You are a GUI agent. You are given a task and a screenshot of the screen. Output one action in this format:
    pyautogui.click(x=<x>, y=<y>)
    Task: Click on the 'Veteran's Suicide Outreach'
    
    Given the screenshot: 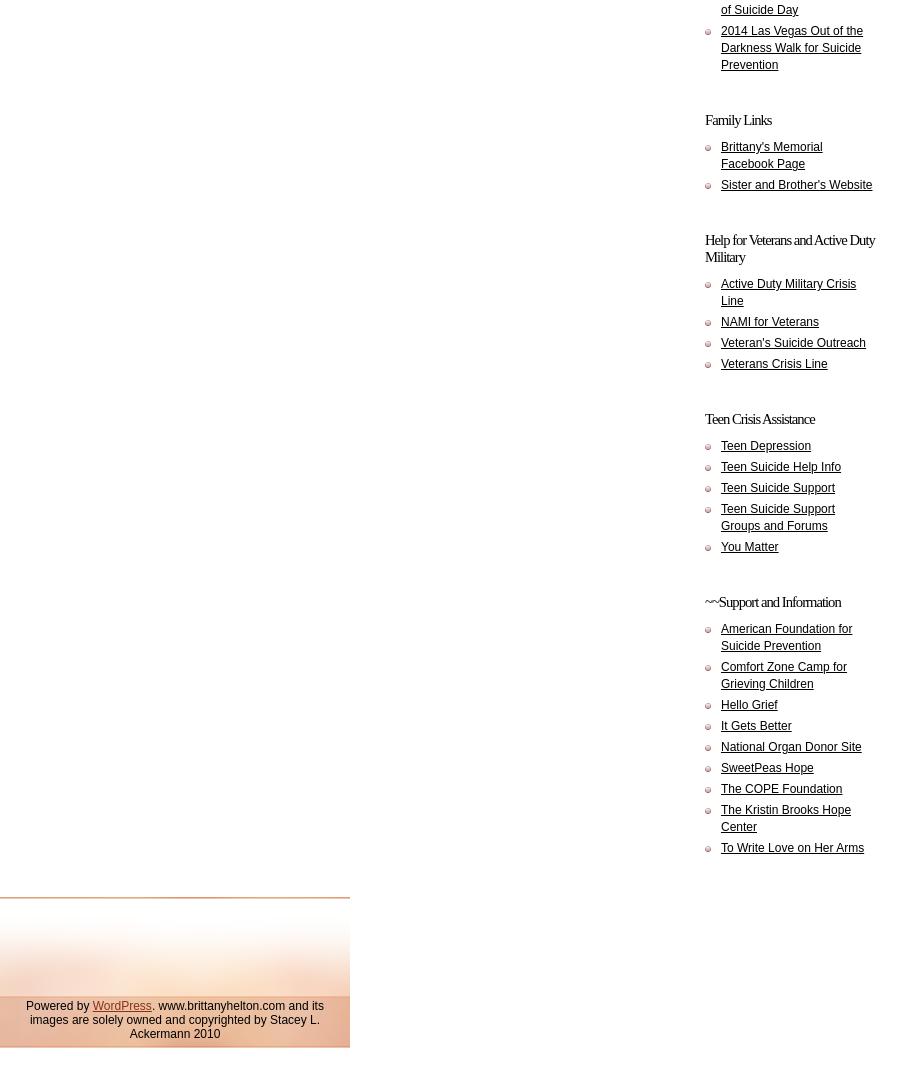 What is the action you would take?
    pyautogui.click(x=793, y=343)
    